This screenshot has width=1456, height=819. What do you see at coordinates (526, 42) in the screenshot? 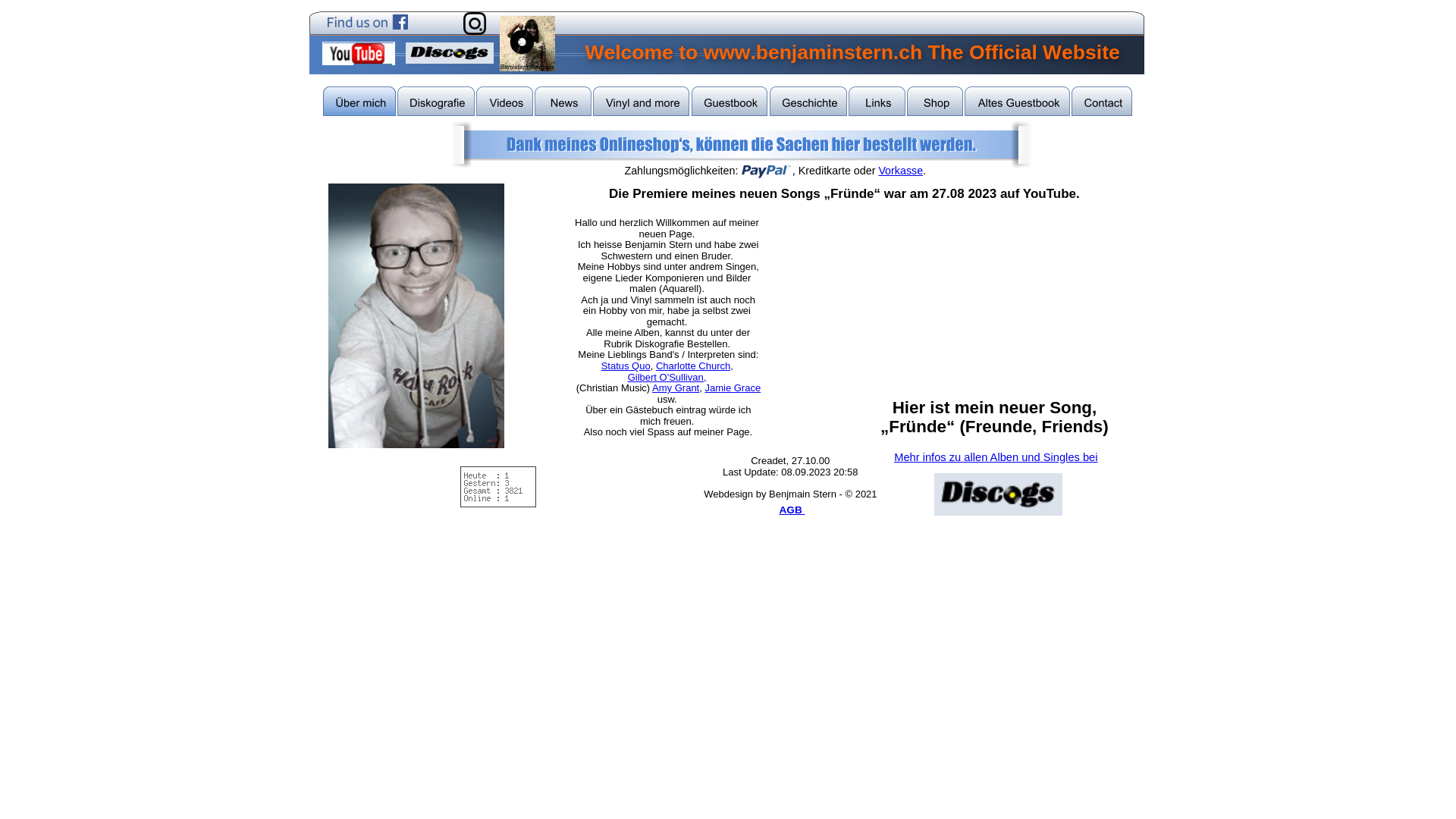
I see `'Benjistern Records'` at bounding box center [526, 42].